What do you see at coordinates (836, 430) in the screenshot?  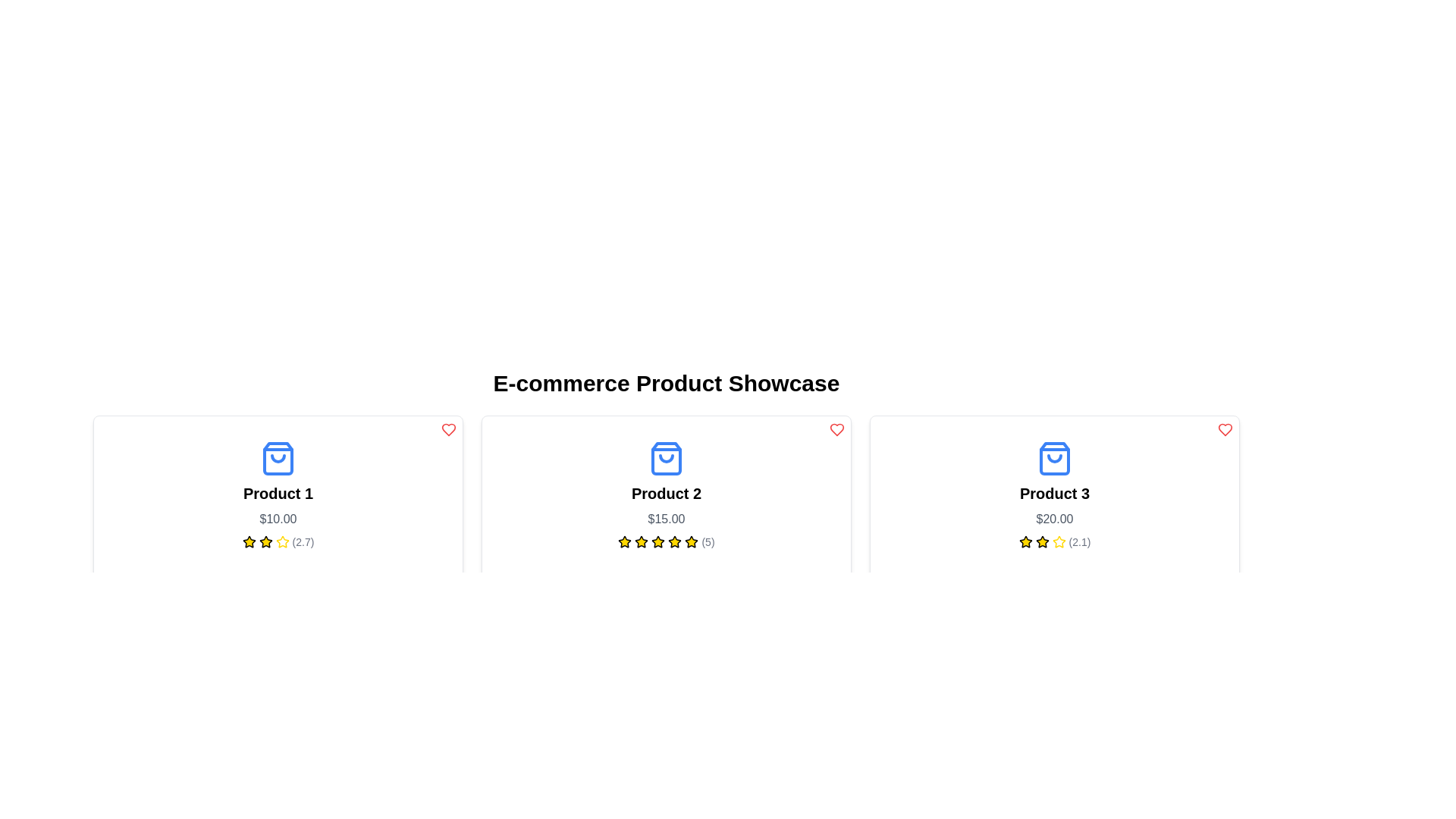 I see `the red heart icon button in the top-right corner of the 'Product 2' card` at bounding box center [836, 430].